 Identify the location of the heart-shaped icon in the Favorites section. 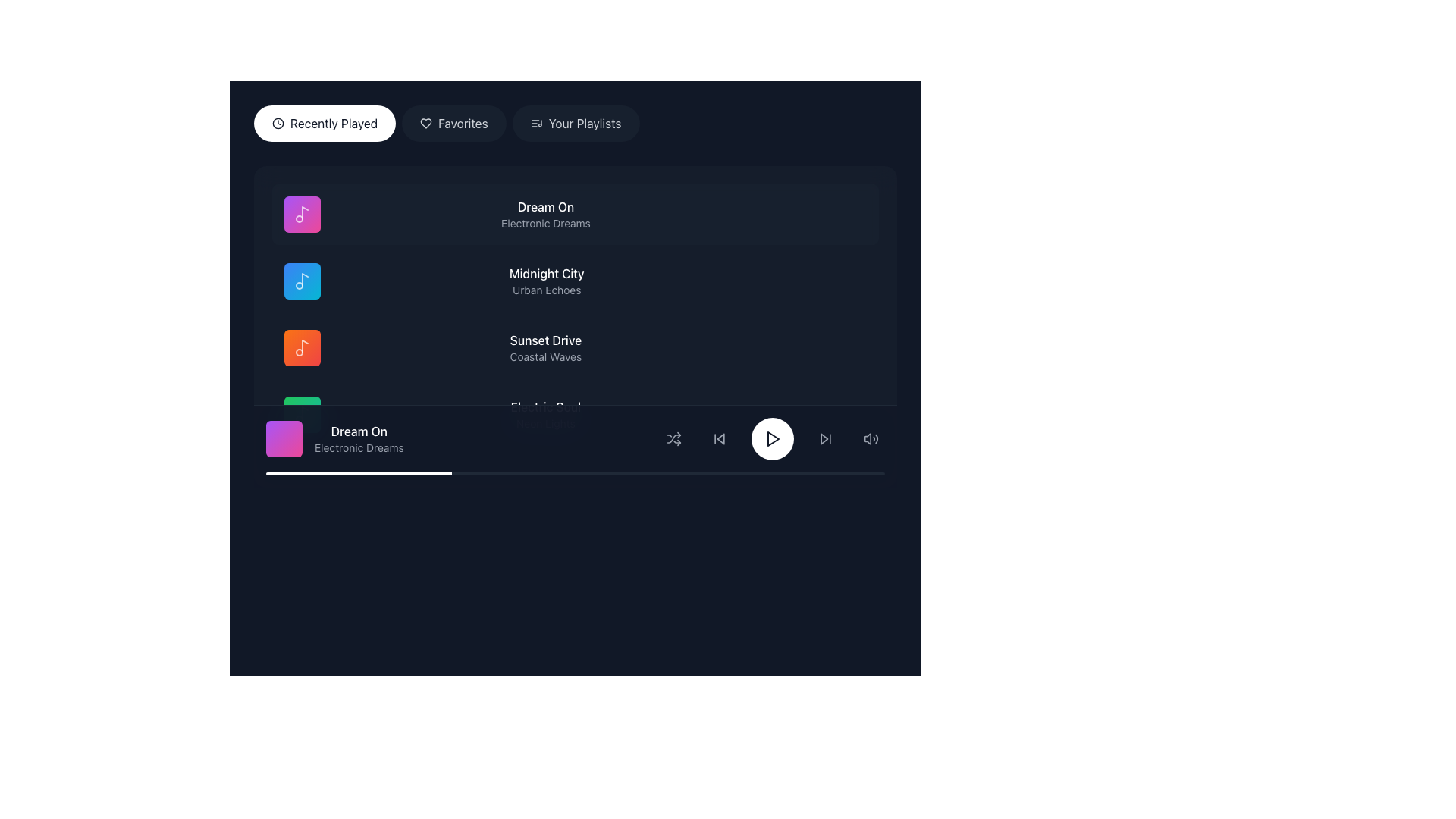
(425, 122).